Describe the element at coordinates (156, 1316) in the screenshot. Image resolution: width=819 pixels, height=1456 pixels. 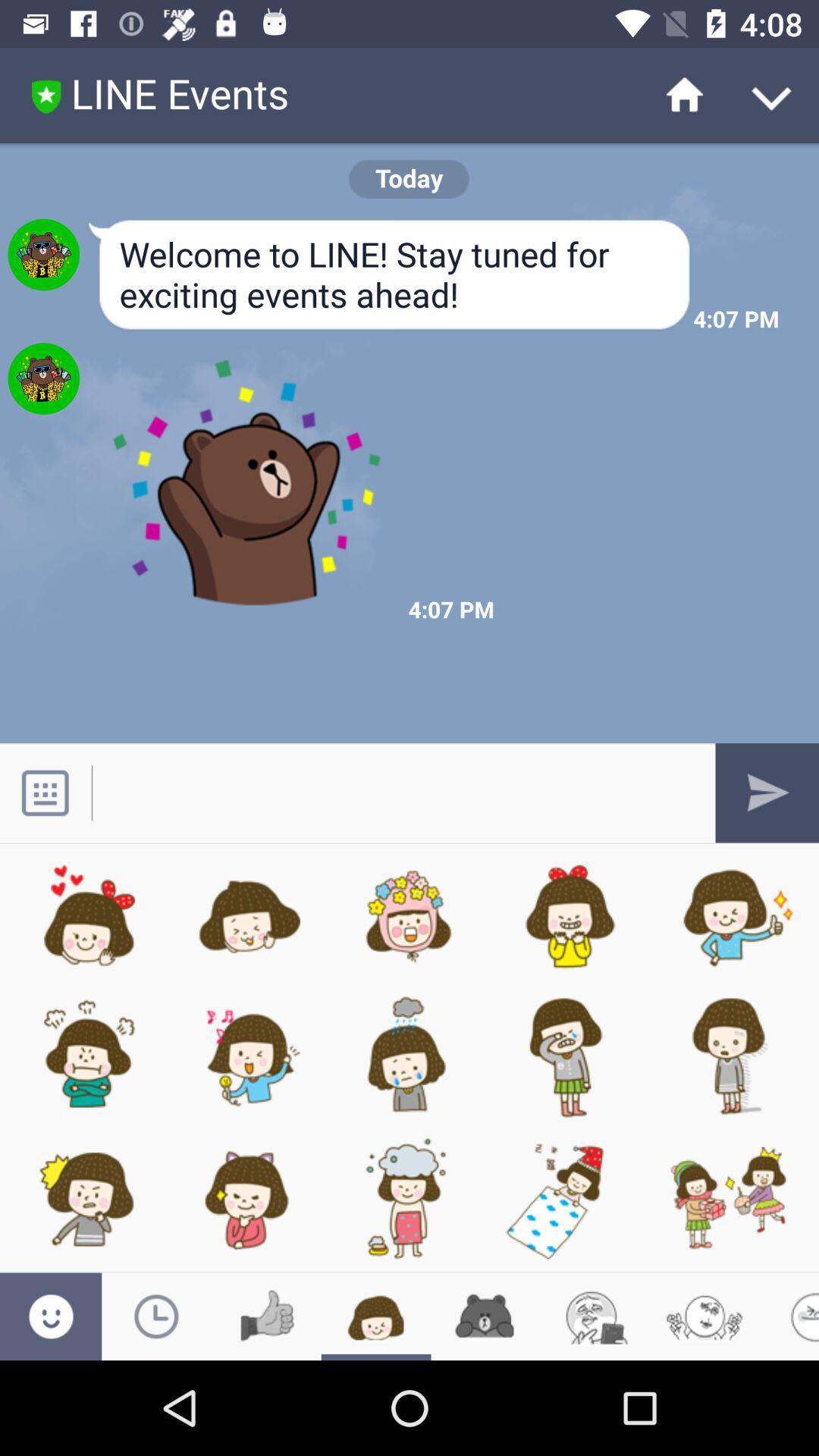
I see `the time icon` at that location.